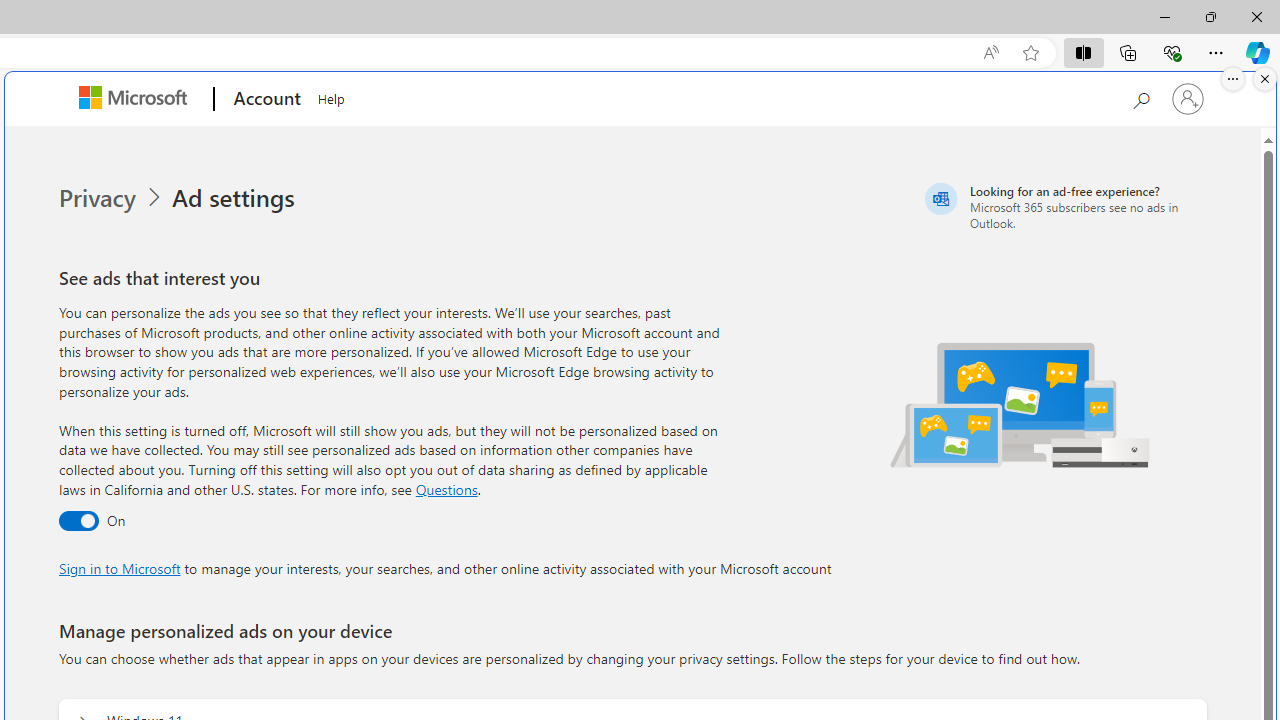 This screenshot has height=720, width=1280. Describe the element at coordinates (445, 488) in the screenshot. I see `'Go to Questions section'` at that location.